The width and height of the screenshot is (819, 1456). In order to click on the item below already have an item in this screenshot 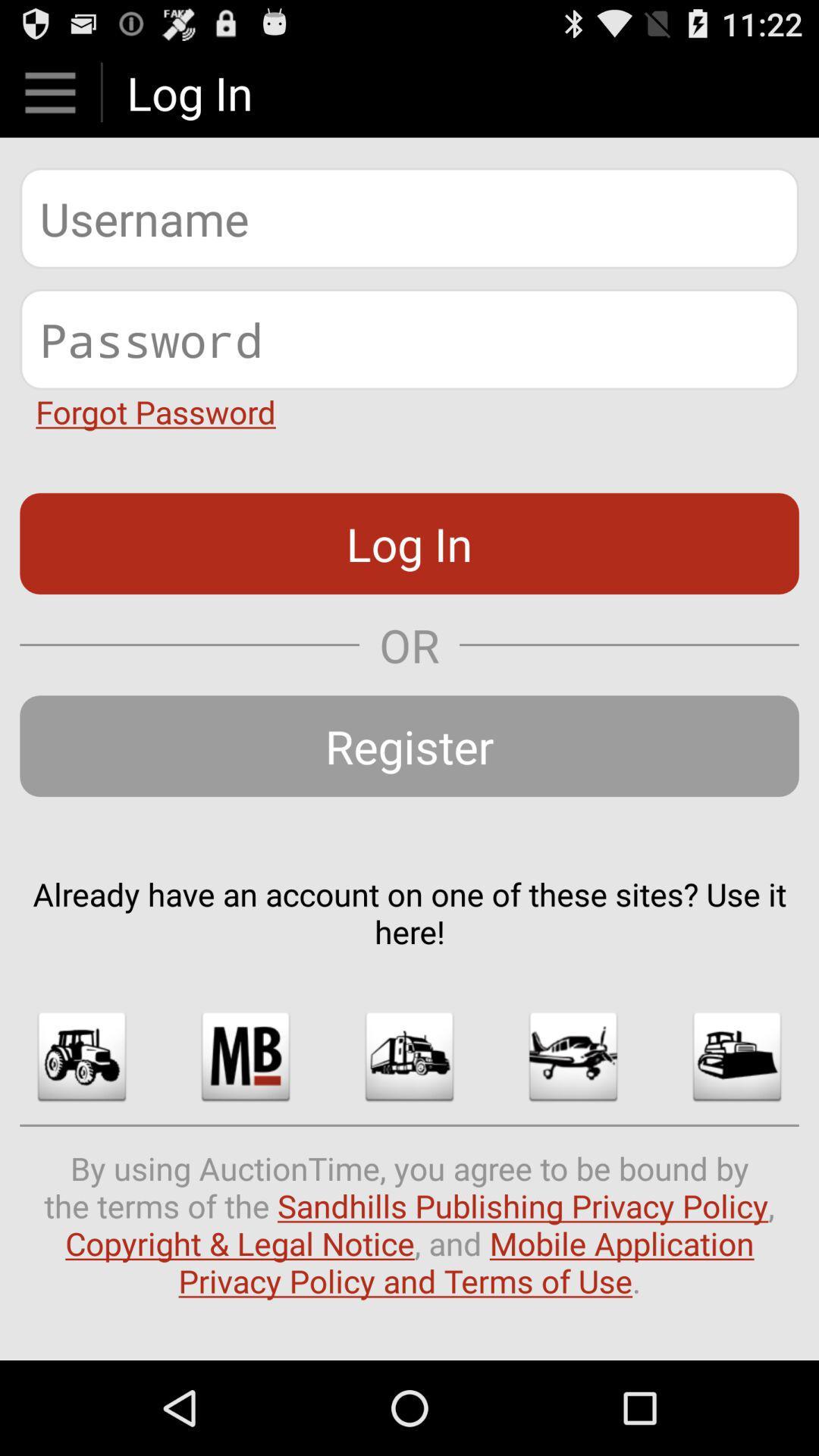, I will do `click(409, 1056)`.